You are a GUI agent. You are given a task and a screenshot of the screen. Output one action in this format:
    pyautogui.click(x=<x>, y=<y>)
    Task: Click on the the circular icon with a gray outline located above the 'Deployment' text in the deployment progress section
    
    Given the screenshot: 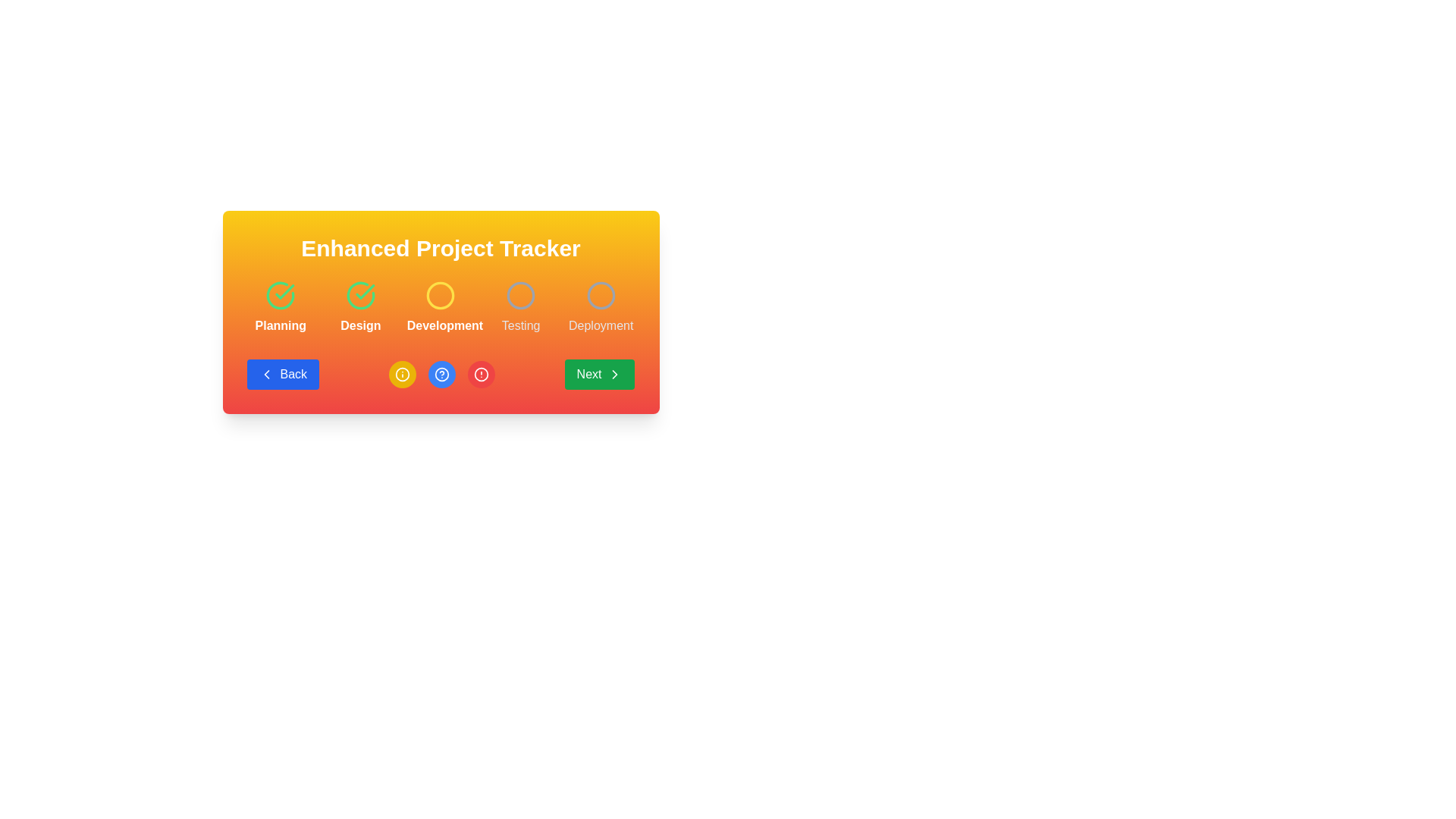 What is the action you would take?
    pyautogui.click(x=600, y=295)
    